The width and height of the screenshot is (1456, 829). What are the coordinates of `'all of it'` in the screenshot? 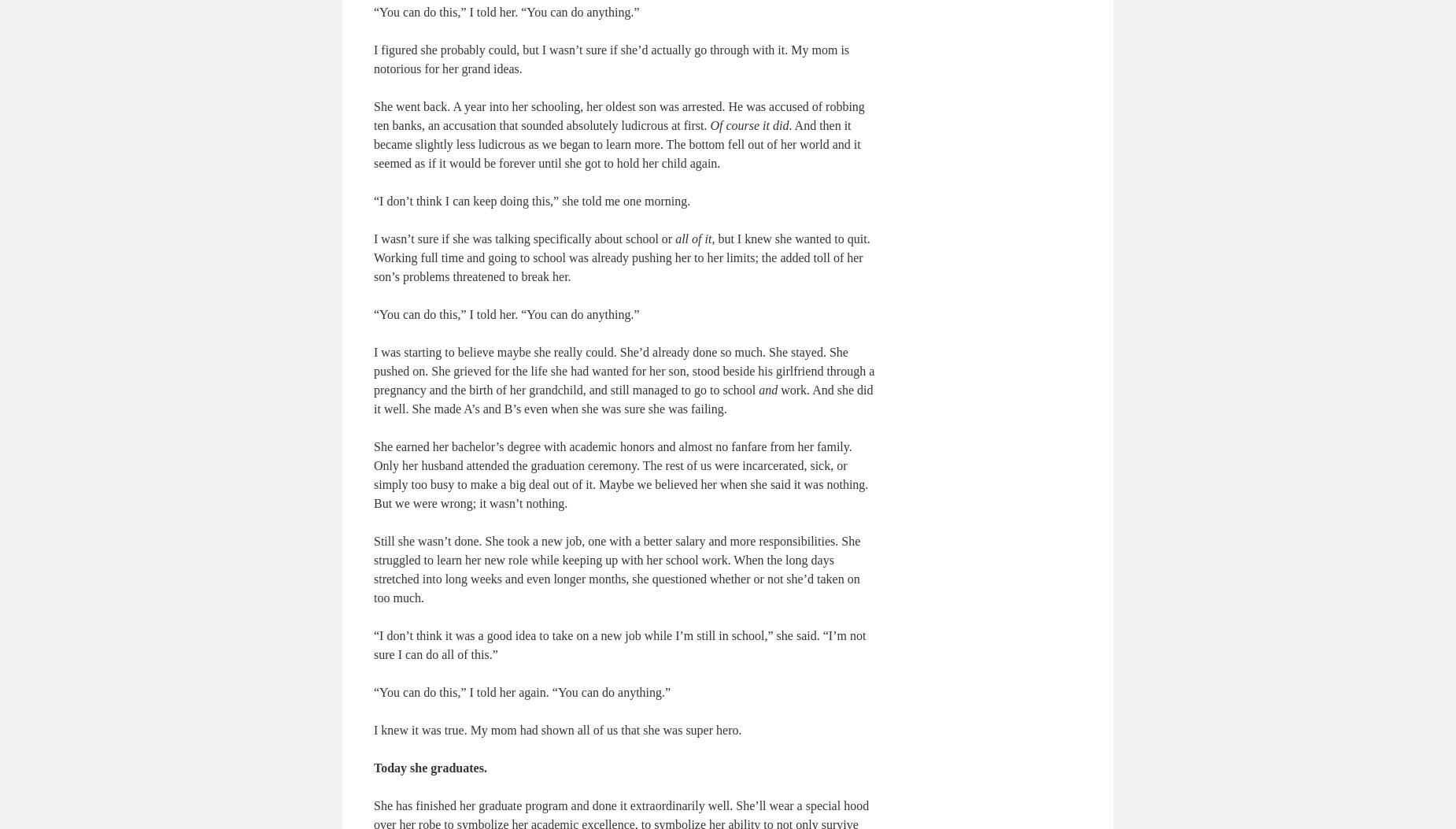 It's located at (693, 239).